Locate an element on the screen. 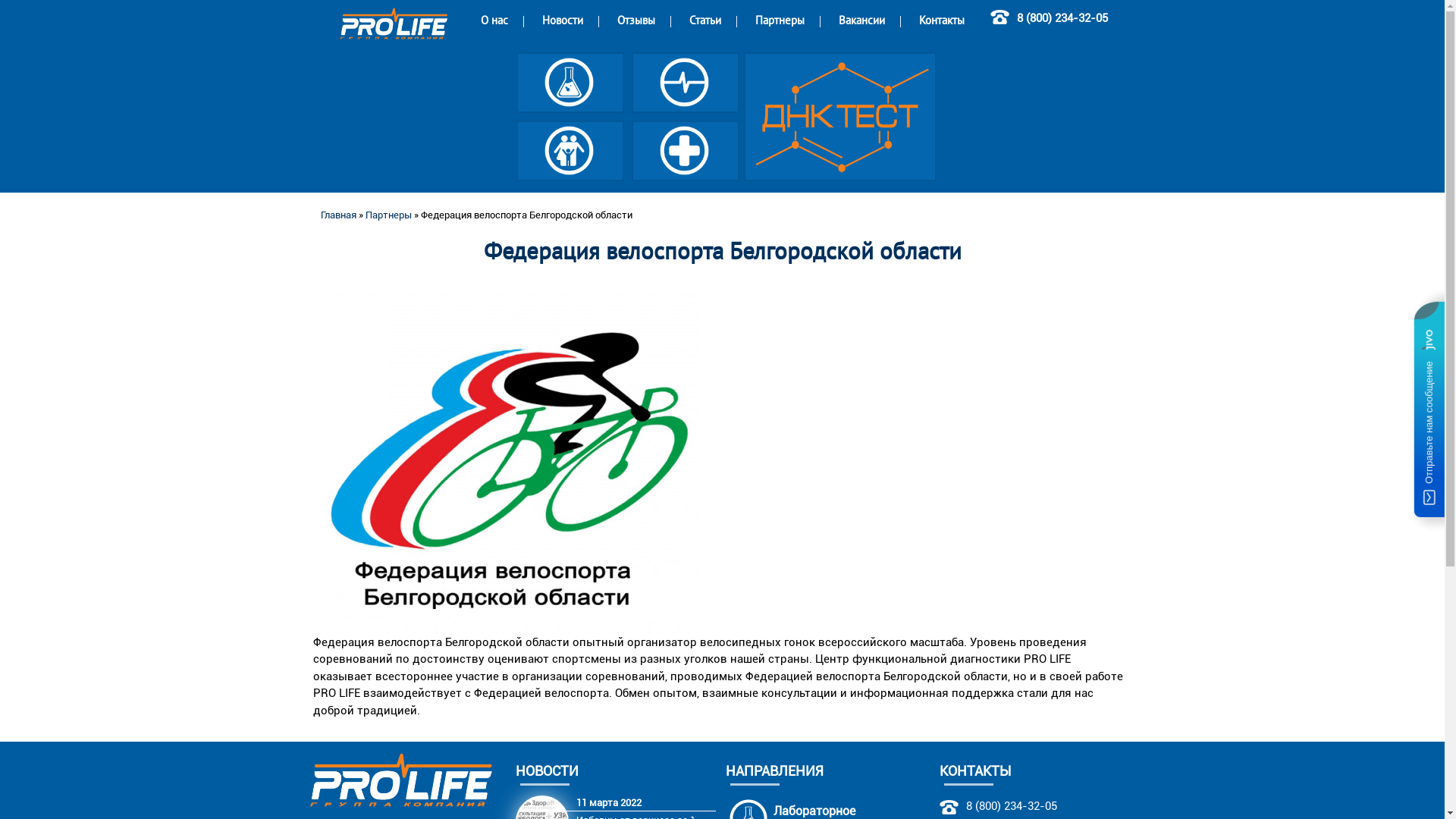 The width and height of the screenshot is (1456, 819). '8 (800) 234-32-05' is located at coordinates (1012, 805).